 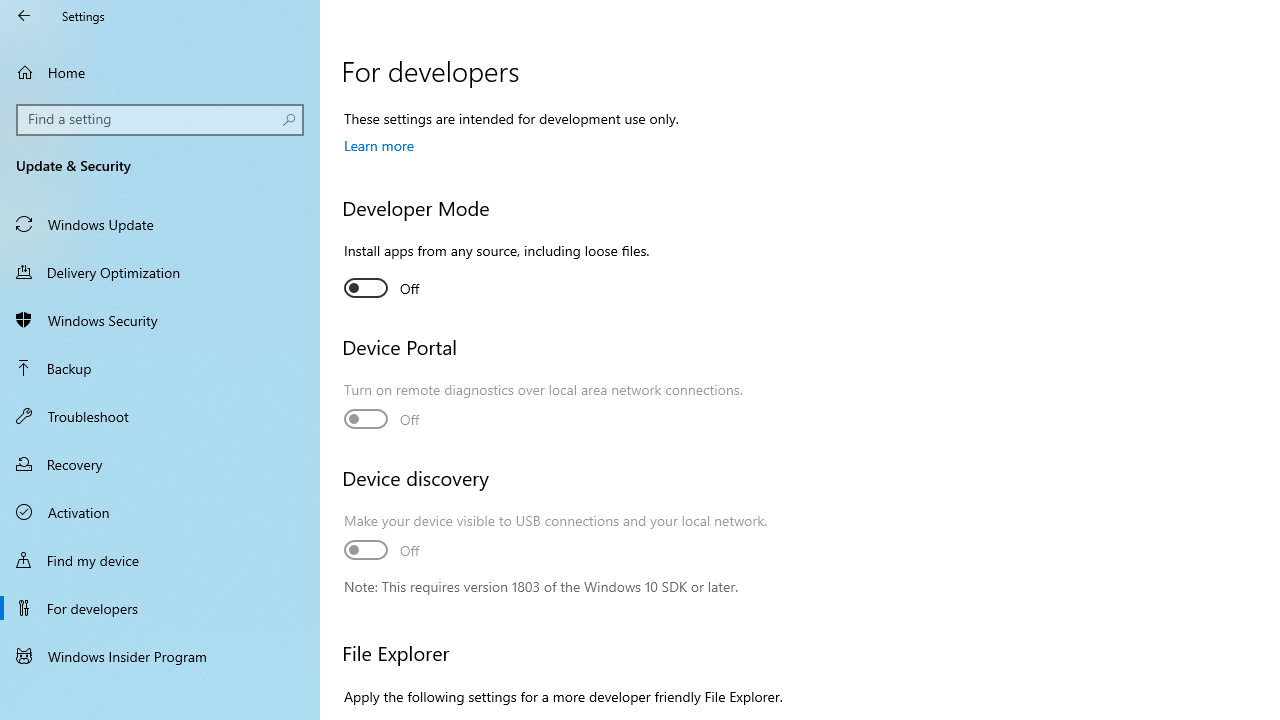 What do you see at coordinates (160, 319) in the screenshot?
I see `'Windows Security'` at bounding box center [160, 319].